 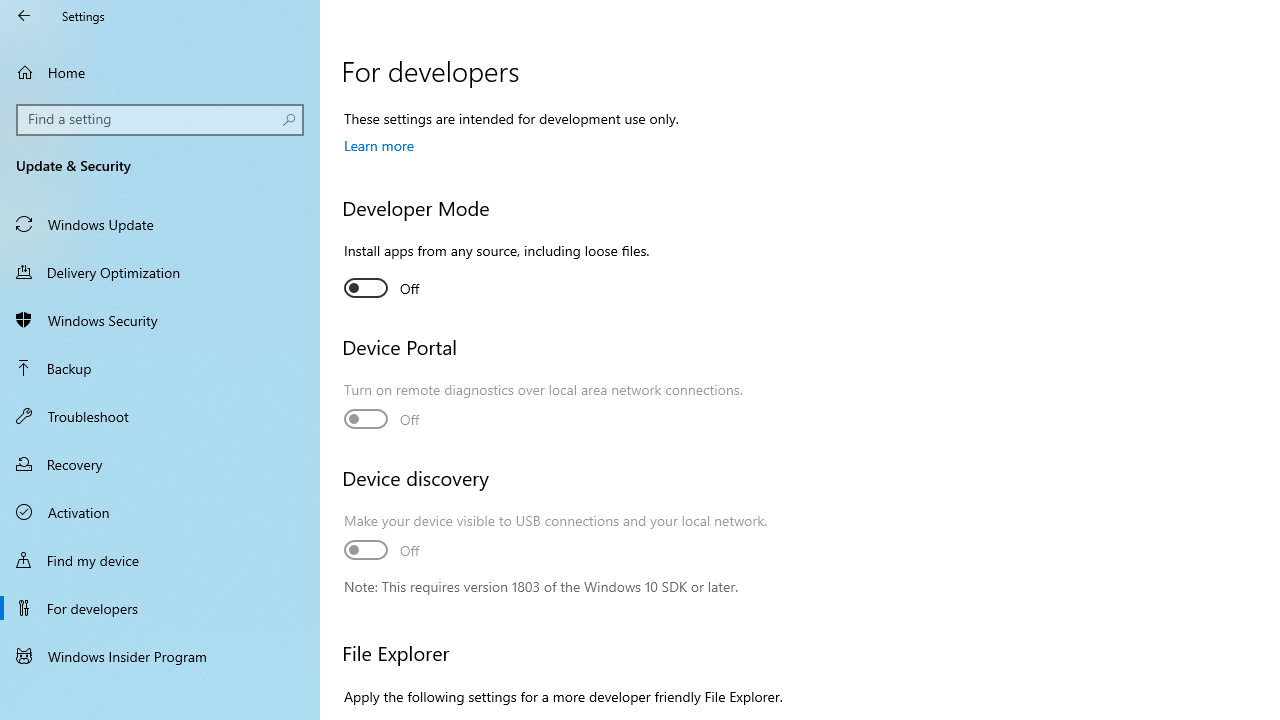 What do you see at coordinates (160, 319) in the screenshot?
I see `'Windows Security'` at bounding box center [160, 319].